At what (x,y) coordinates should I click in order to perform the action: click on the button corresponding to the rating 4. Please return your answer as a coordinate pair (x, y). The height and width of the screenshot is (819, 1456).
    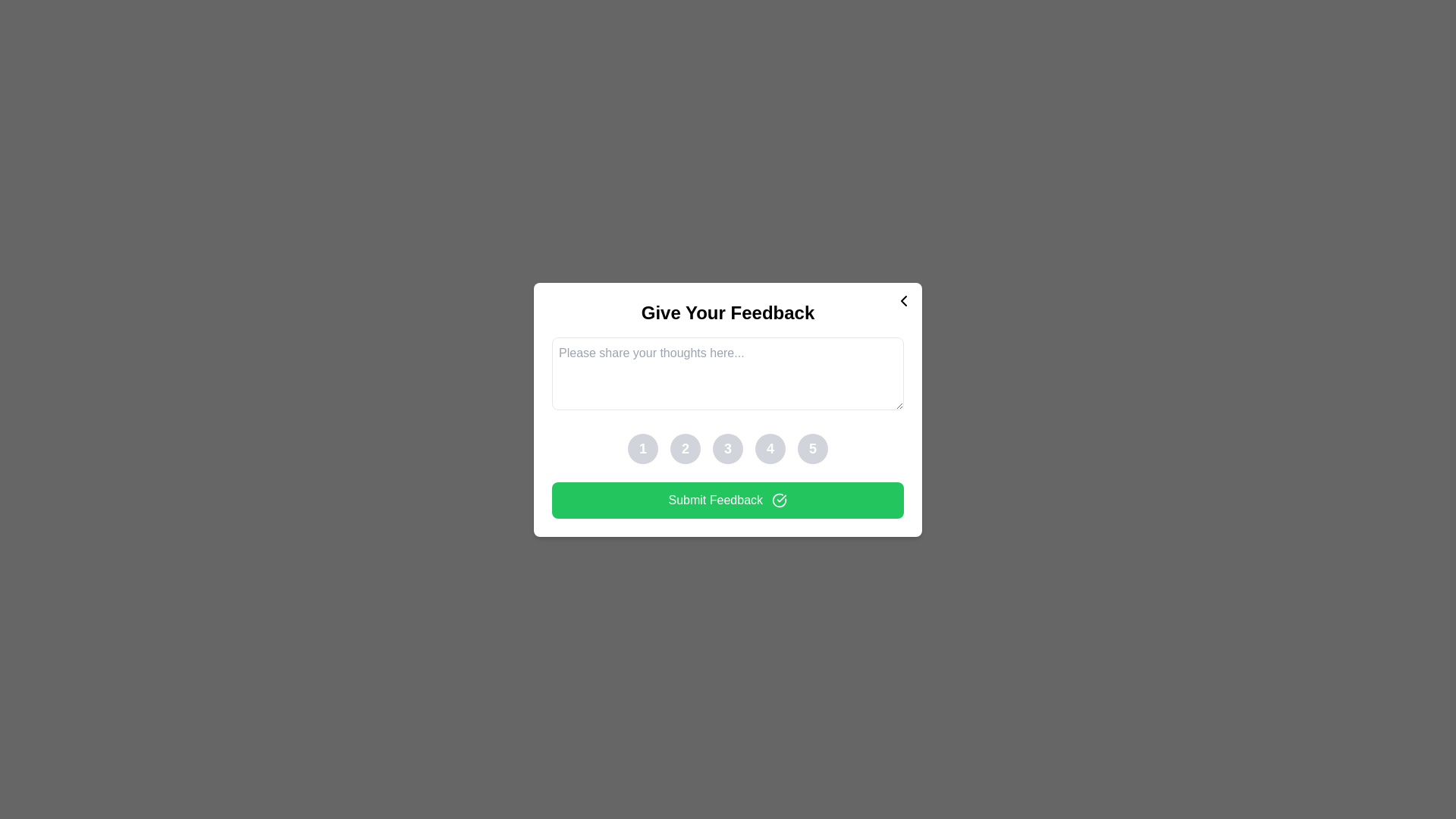
    Looking at the image, I should click on (770, 447).